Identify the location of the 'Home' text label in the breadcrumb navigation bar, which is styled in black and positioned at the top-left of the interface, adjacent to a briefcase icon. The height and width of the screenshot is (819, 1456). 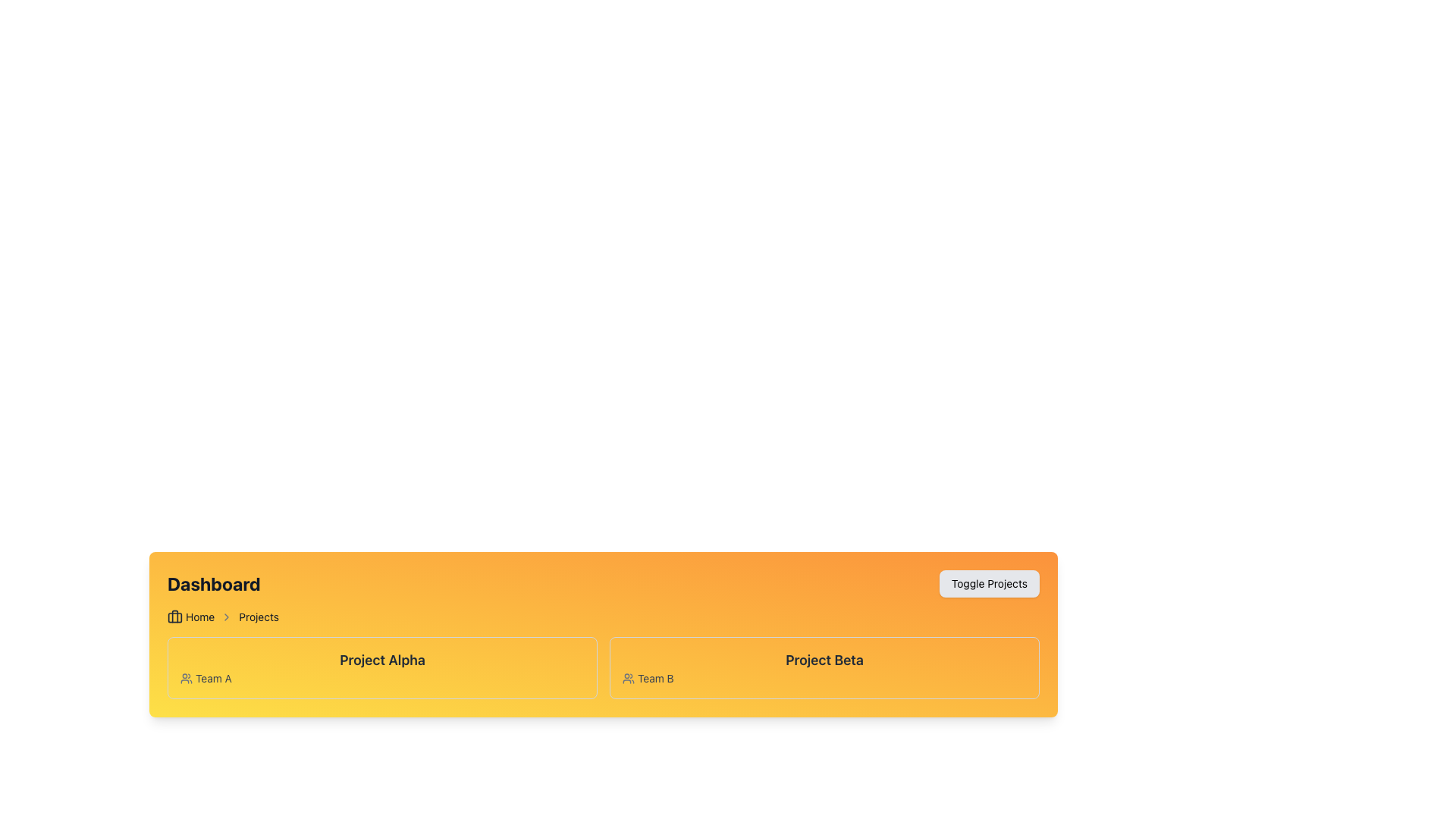
(190, 617).